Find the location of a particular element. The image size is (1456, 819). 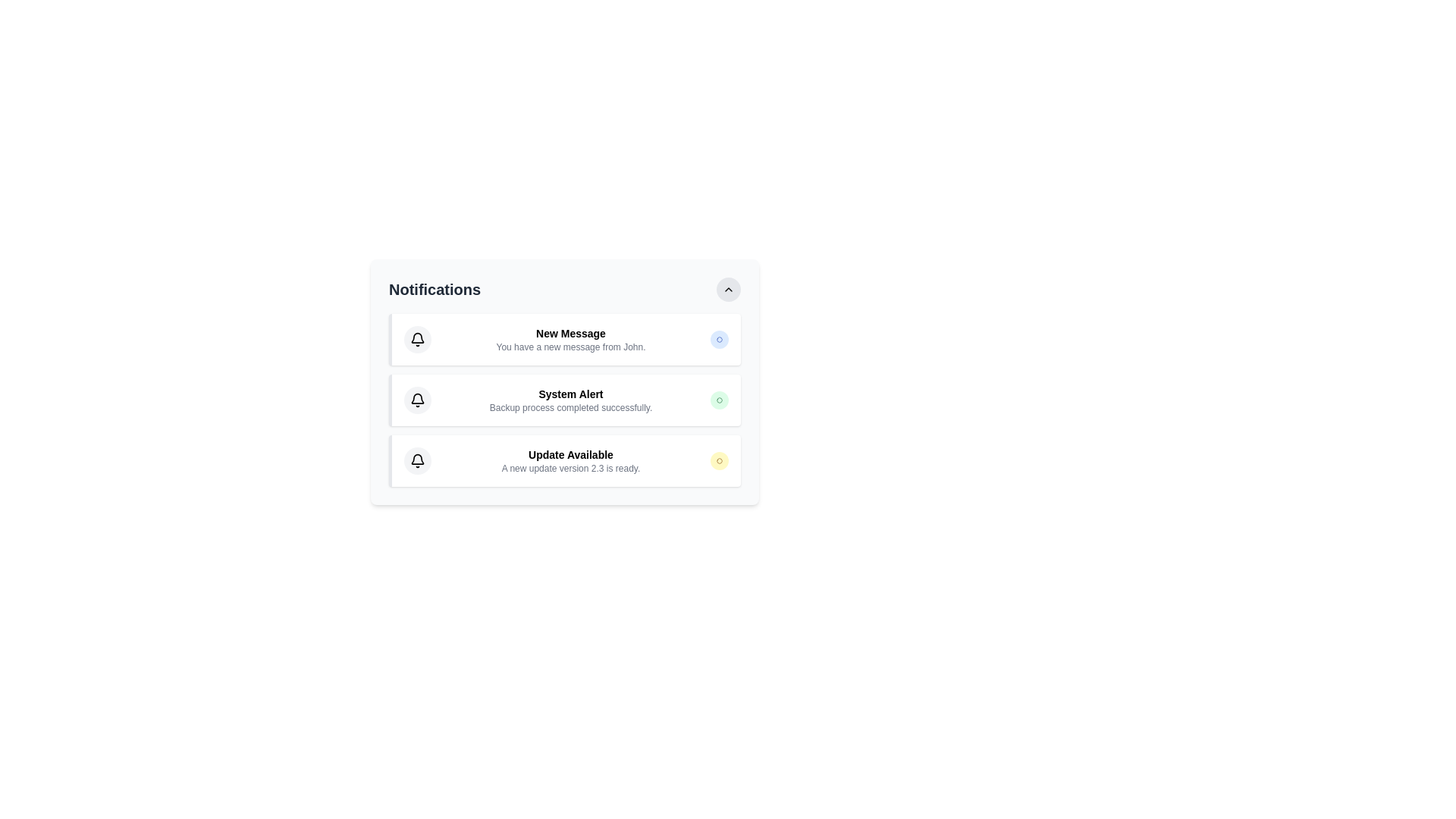

the text label that reads 'A new update version 2.3 is ready.' which is styled with a small font size and gray color, located directly below the 'Update Available' title in the third notification item is located at coordinates (570, 467).